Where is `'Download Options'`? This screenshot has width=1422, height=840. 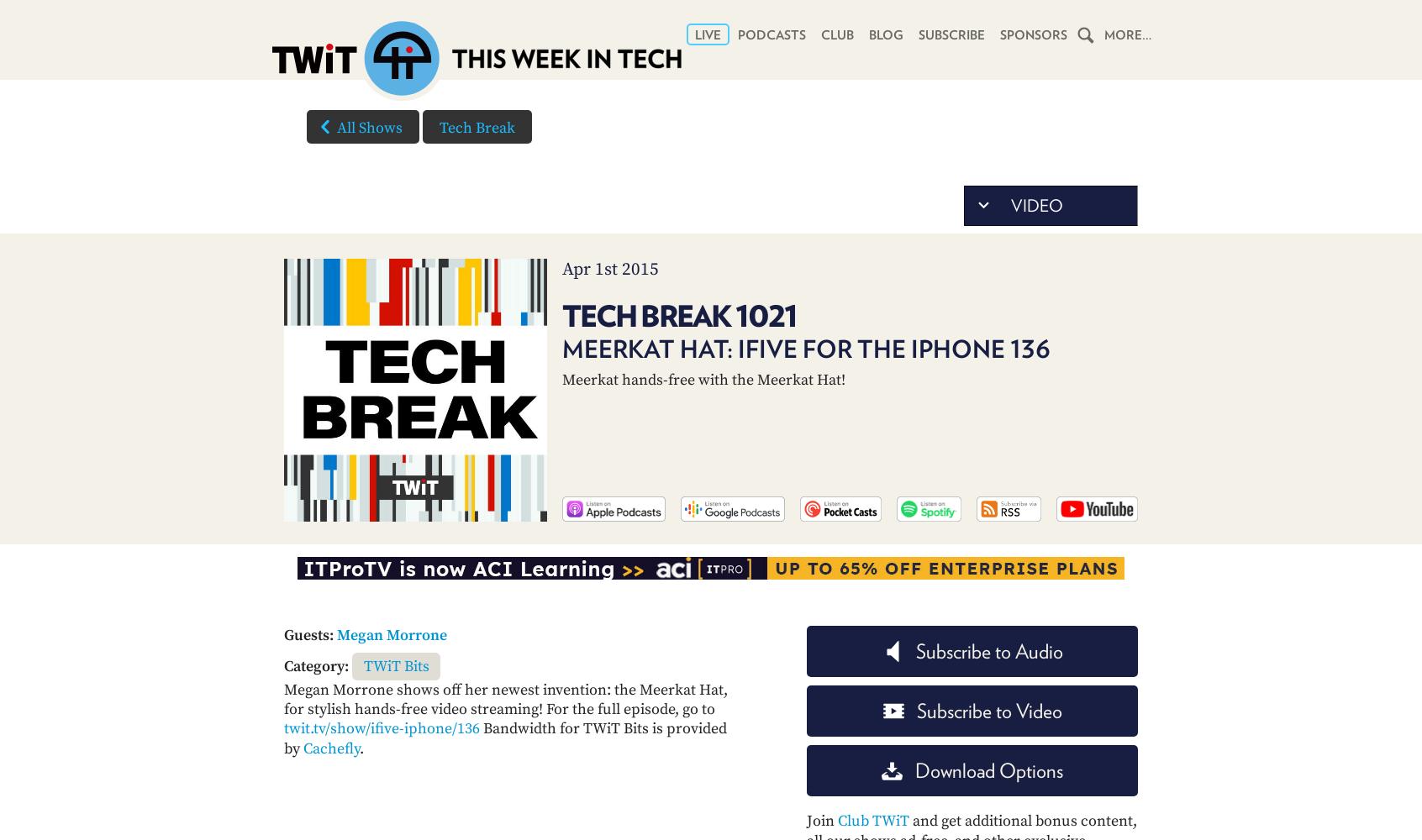 'Download Options' is located at coordinates (987, 770).